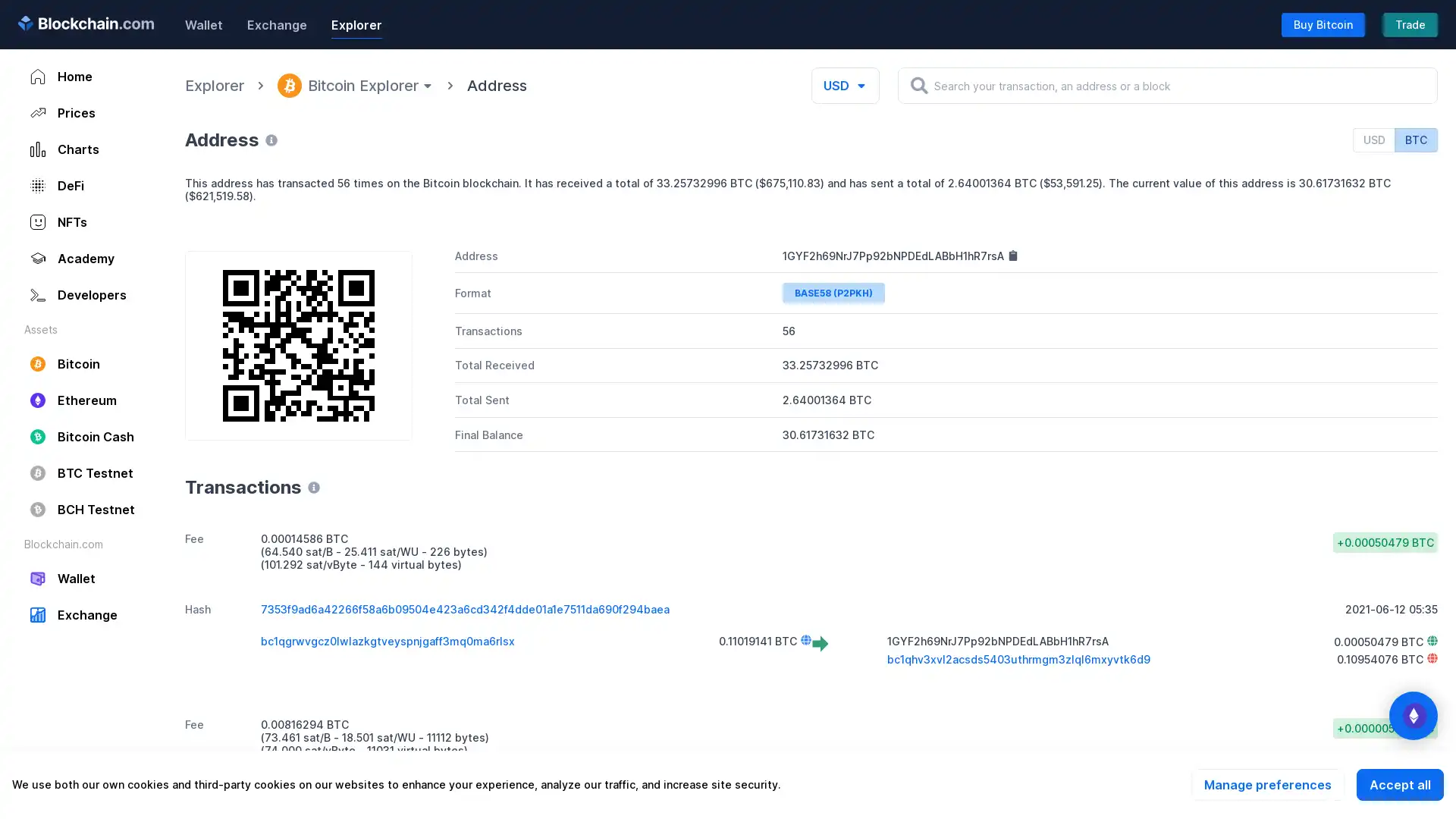 The image size is (1456, 819). I want to click on Manage preferences, so click(1267, 784).